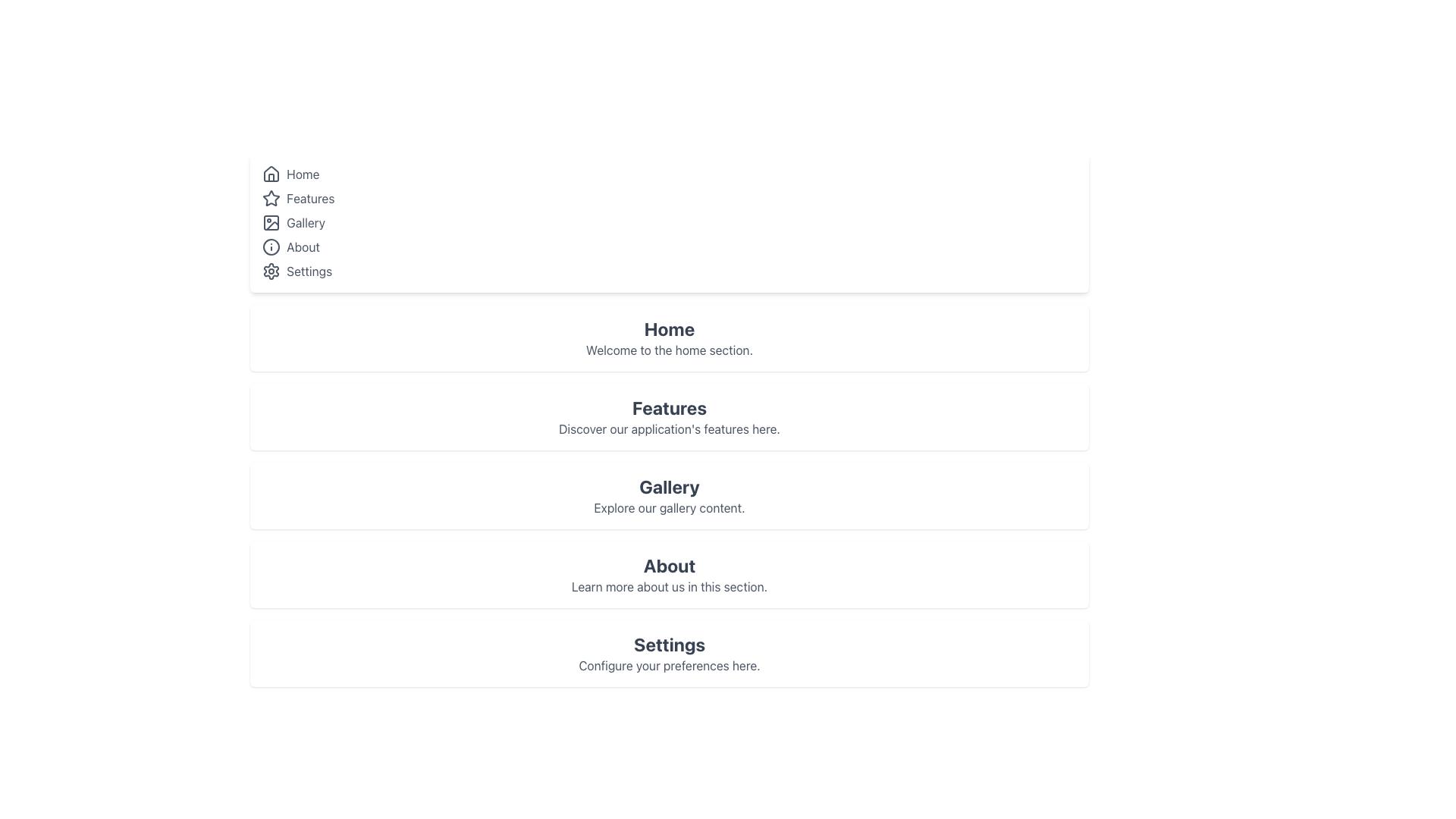 The height and width of the screenshot is (819, 1456). What do you see at coordinates (669, 496) in the screenshot?
I see `content displayed in the 'Gallery' section, which includes the title 'Gallery' and the subtitle 'Explore our gallery content.'` at bounding box center [669, 496].